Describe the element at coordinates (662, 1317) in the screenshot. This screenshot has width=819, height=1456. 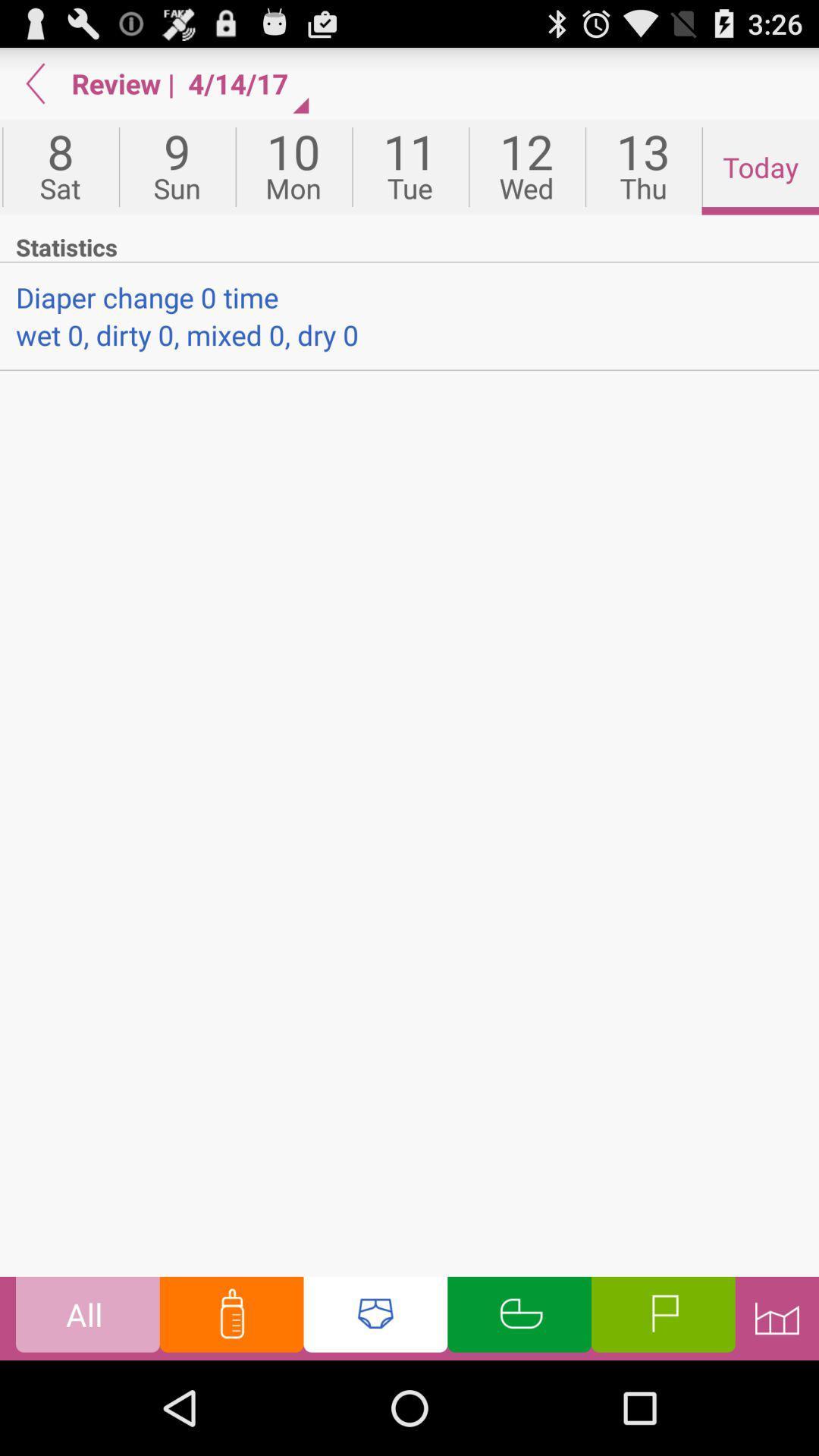
I see `report this viodio` at that location.